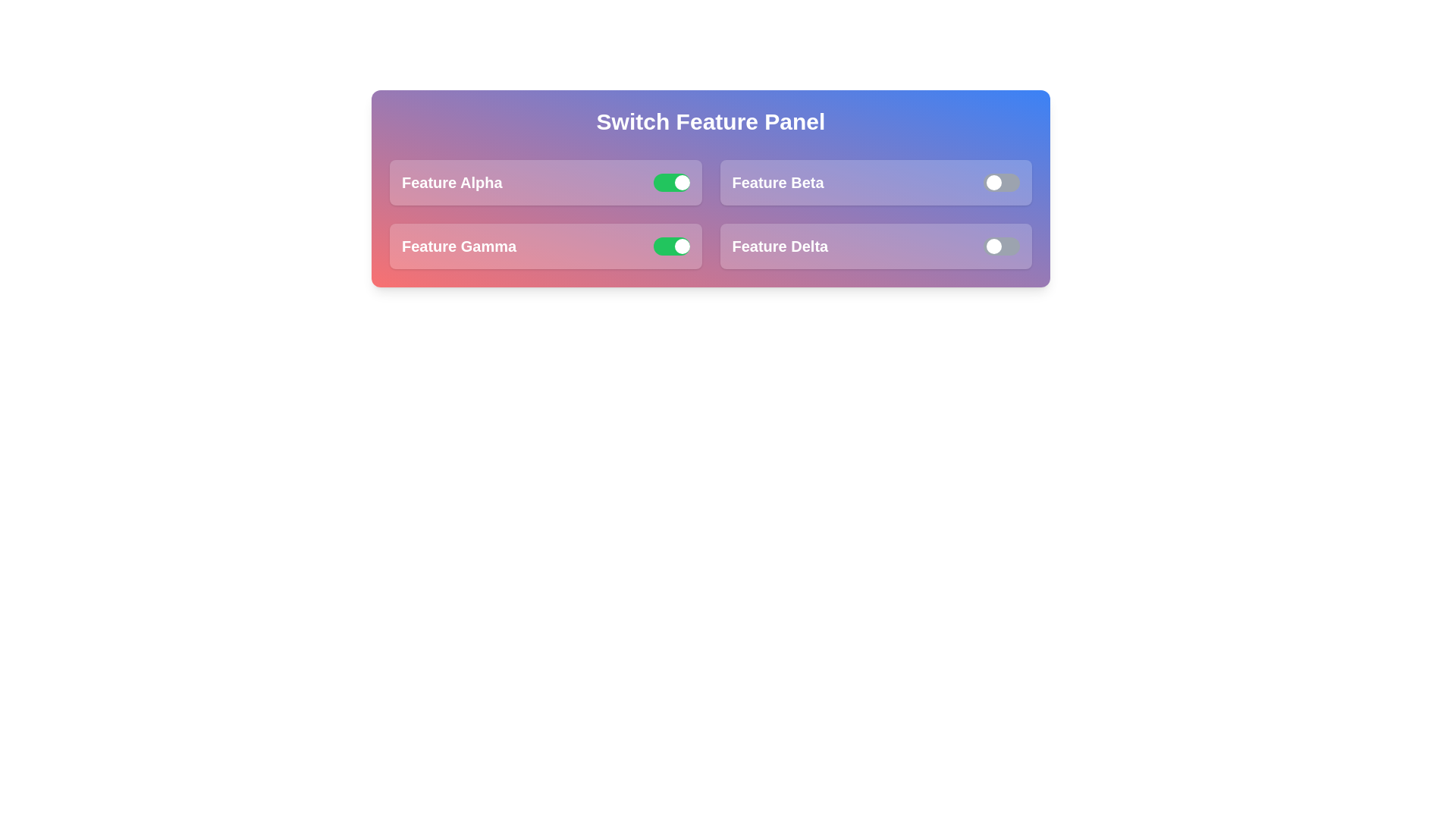  Describe the element at coordinates (670, 181) in the screenshot. I see `the switch for Feature Alpha` at that location.